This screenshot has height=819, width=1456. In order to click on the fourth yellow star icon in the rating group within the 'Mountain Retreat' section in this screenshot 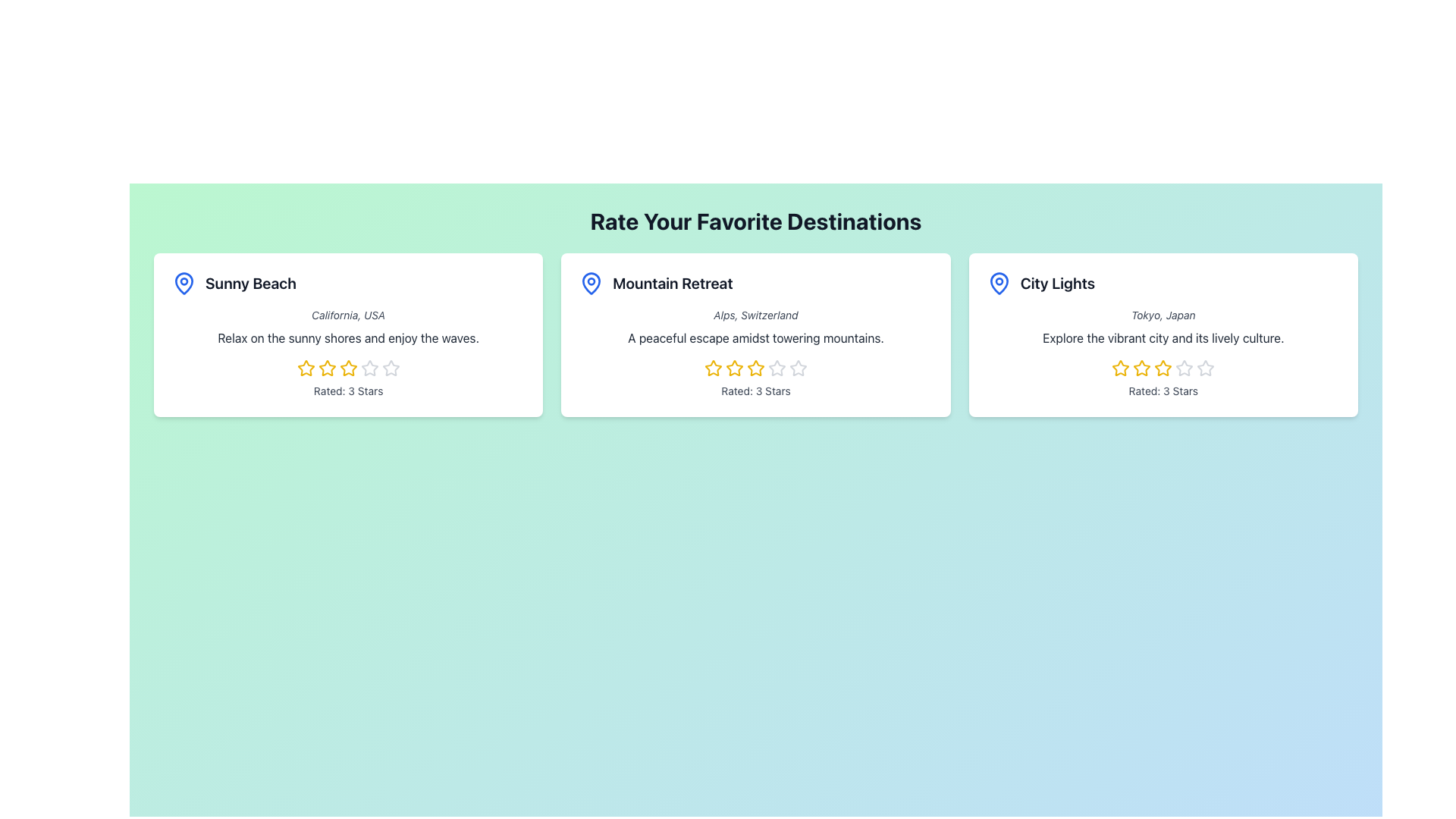, I will do `click(756, 369)`.